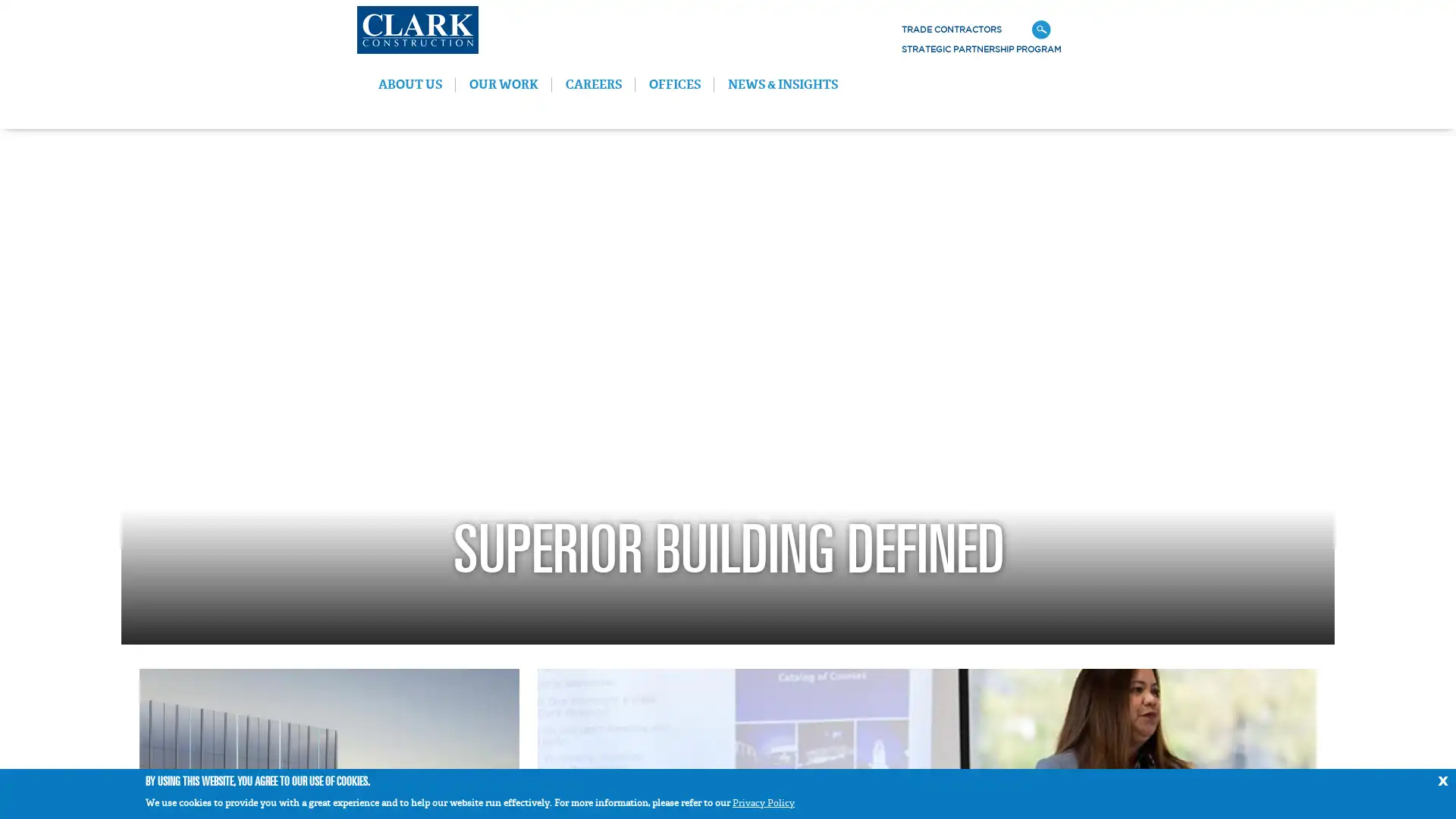  Describe the element at coordinates (1245, 30) in the screenshot. I see `Search` at that location.